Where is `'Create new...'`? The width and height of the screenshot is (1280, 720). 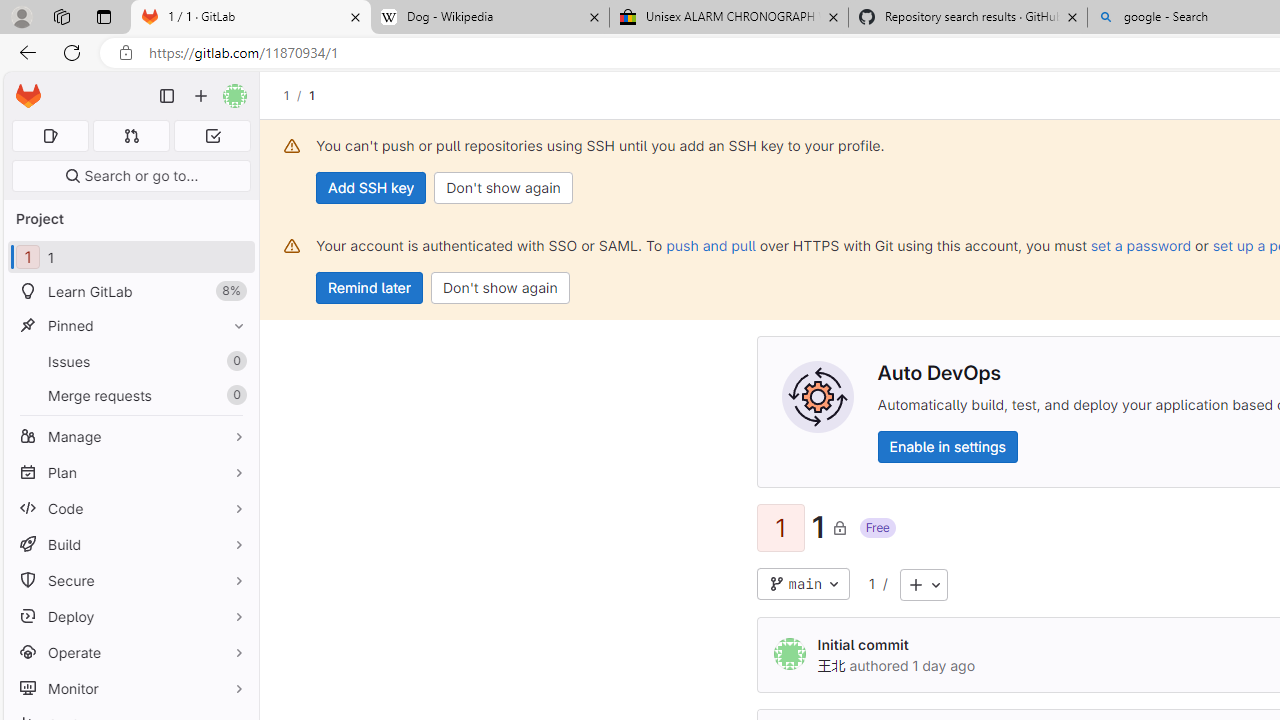 'Create new...' is located at coordinates (201, 96).